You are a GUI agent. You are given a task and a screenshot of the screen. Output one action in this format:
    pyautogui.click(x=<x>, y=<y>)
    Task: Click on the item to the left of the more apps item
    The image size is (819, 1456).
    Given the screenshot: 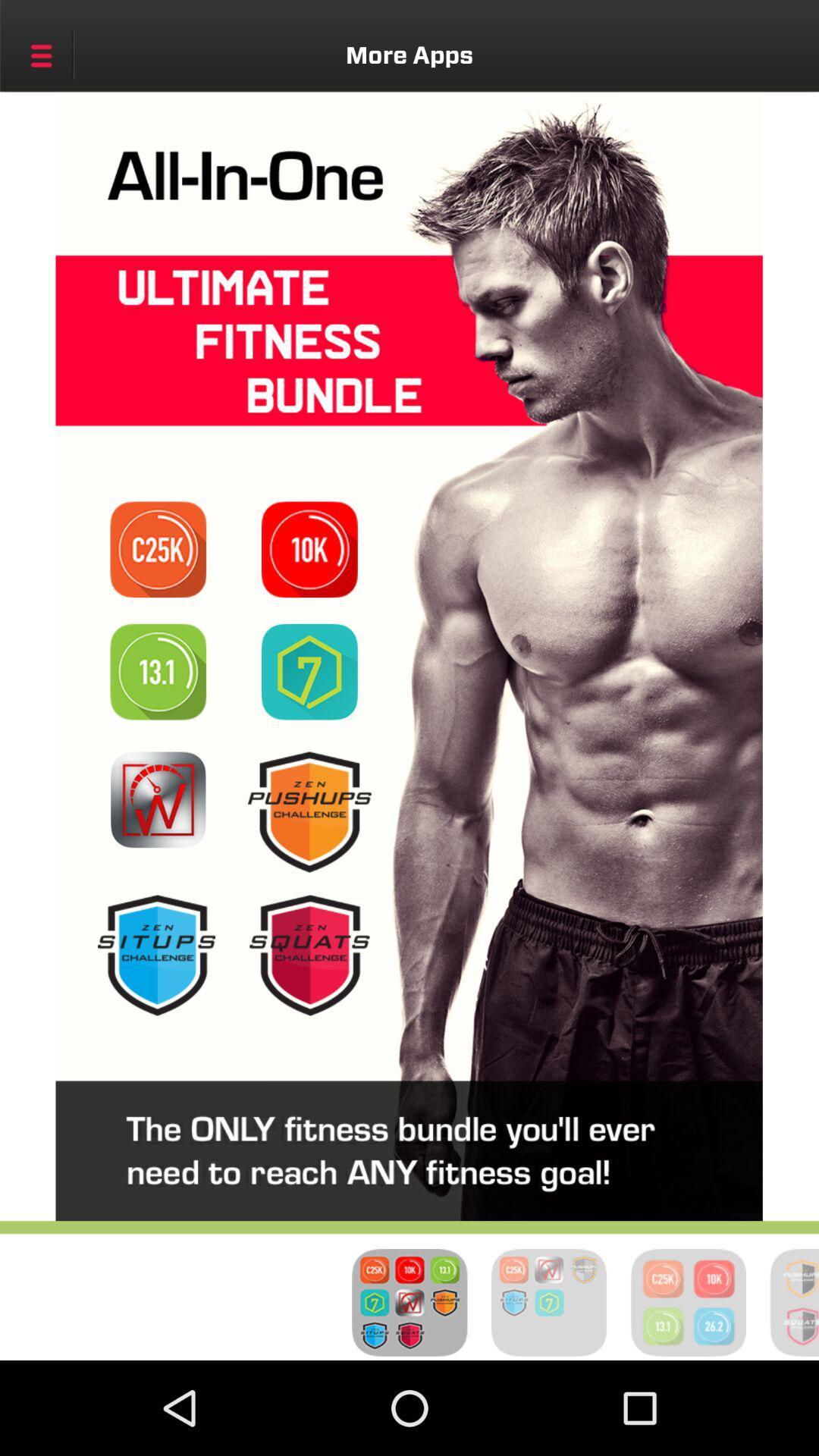 What is the action you would take?
    pyautogui.click(x=40, y=55)
    